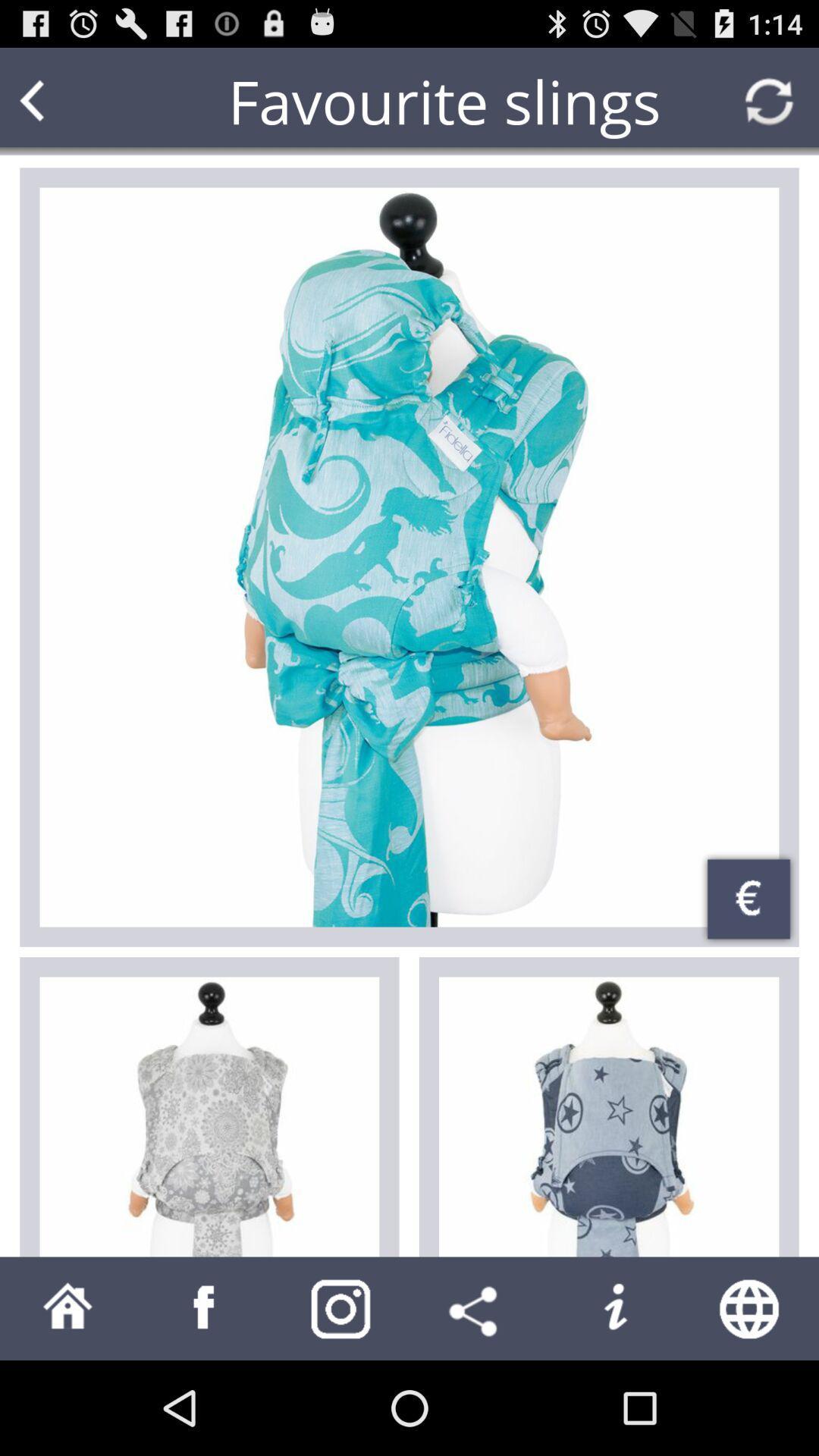 The height and width of the screenshot is (1456, 819). Describe the element at coordinates (67, 1307) in the screenshot. I see `go home` at that location.